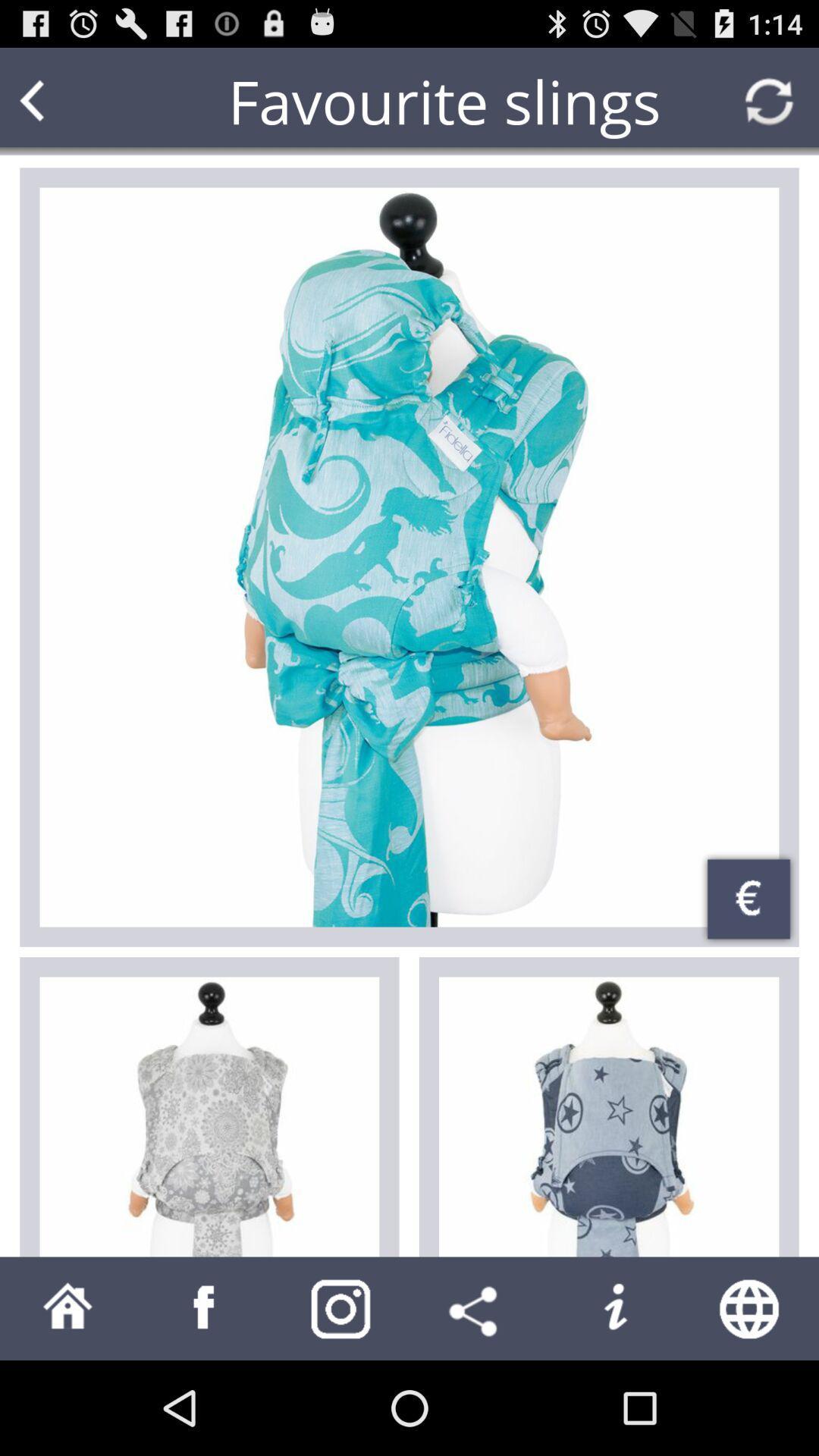 The height and width of the screenshot is (1456, 819). Describe the element at coordinates (67, 1307) in the screenshot. I see `go home` at that location.